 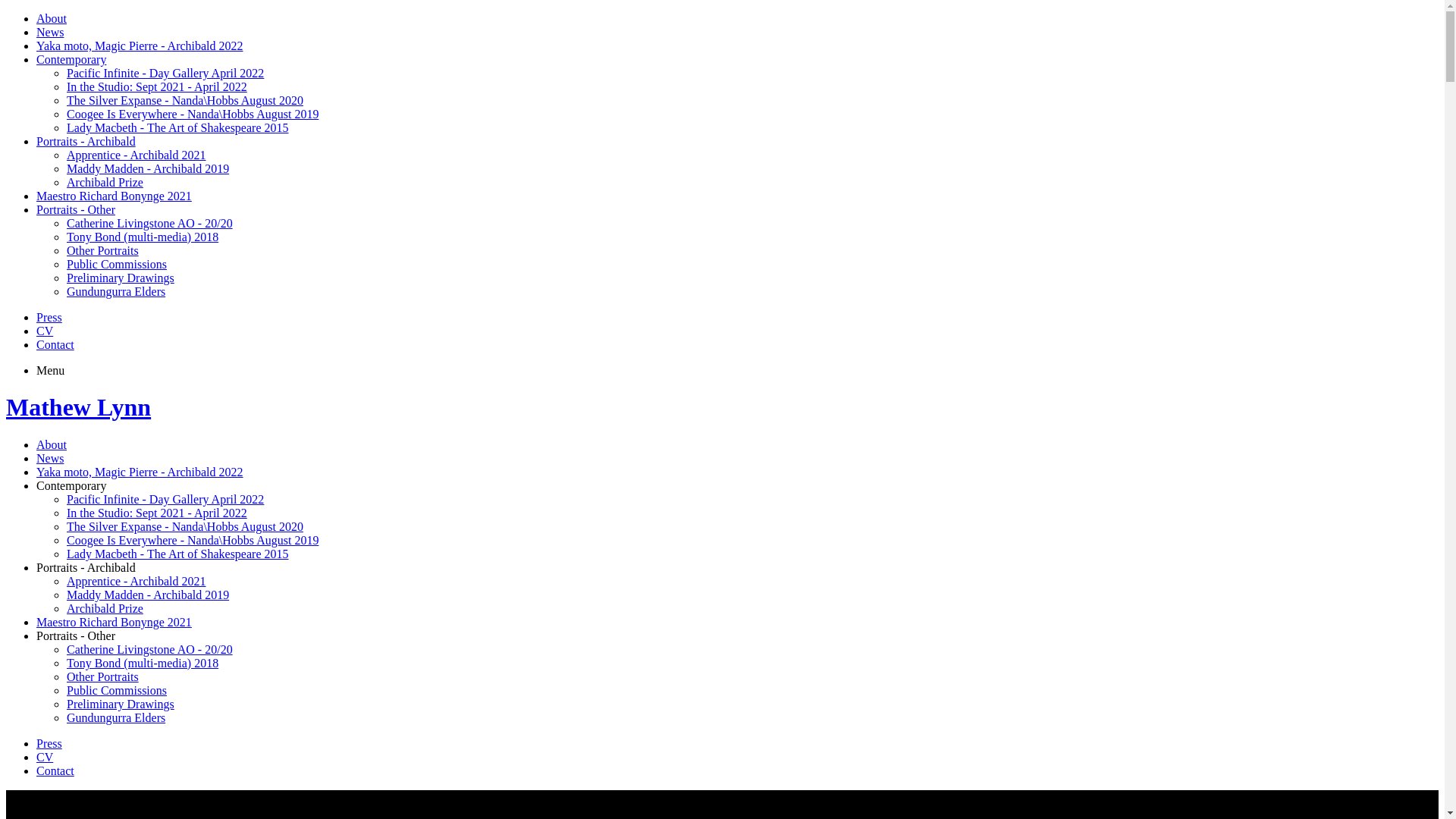 What do you see at coordinates (65, 526) in the screenshot?
I see `'The Silver Expanse - Nanda\Hobbs August 2020'` at bounding box center [65, 526].